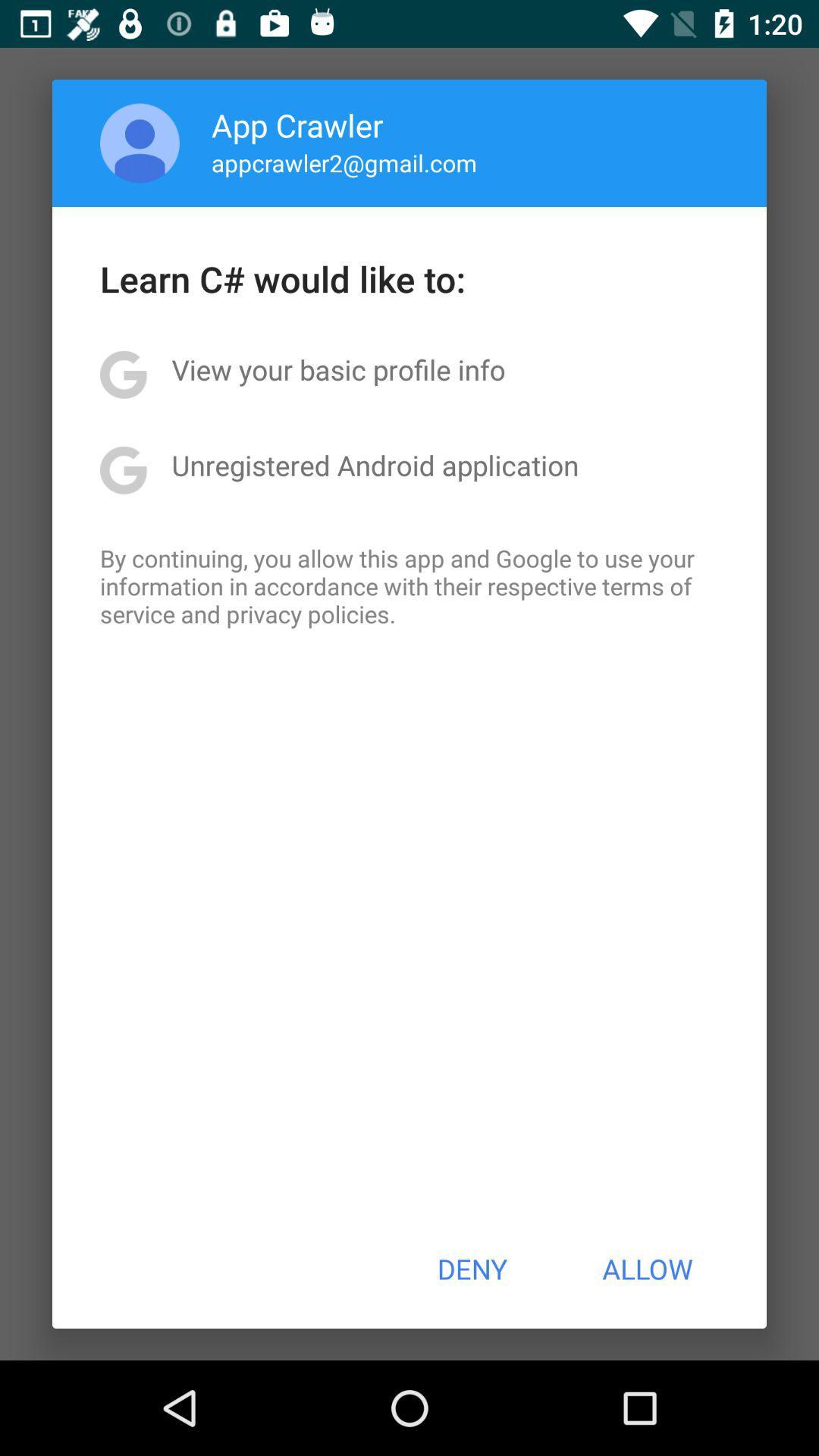 This screenshot has height=1456, width=819. What do you see at coordinates (471, 1269) in the screenshot?
I see `the icon next to allow icon` at bounding box center [471, 1269].